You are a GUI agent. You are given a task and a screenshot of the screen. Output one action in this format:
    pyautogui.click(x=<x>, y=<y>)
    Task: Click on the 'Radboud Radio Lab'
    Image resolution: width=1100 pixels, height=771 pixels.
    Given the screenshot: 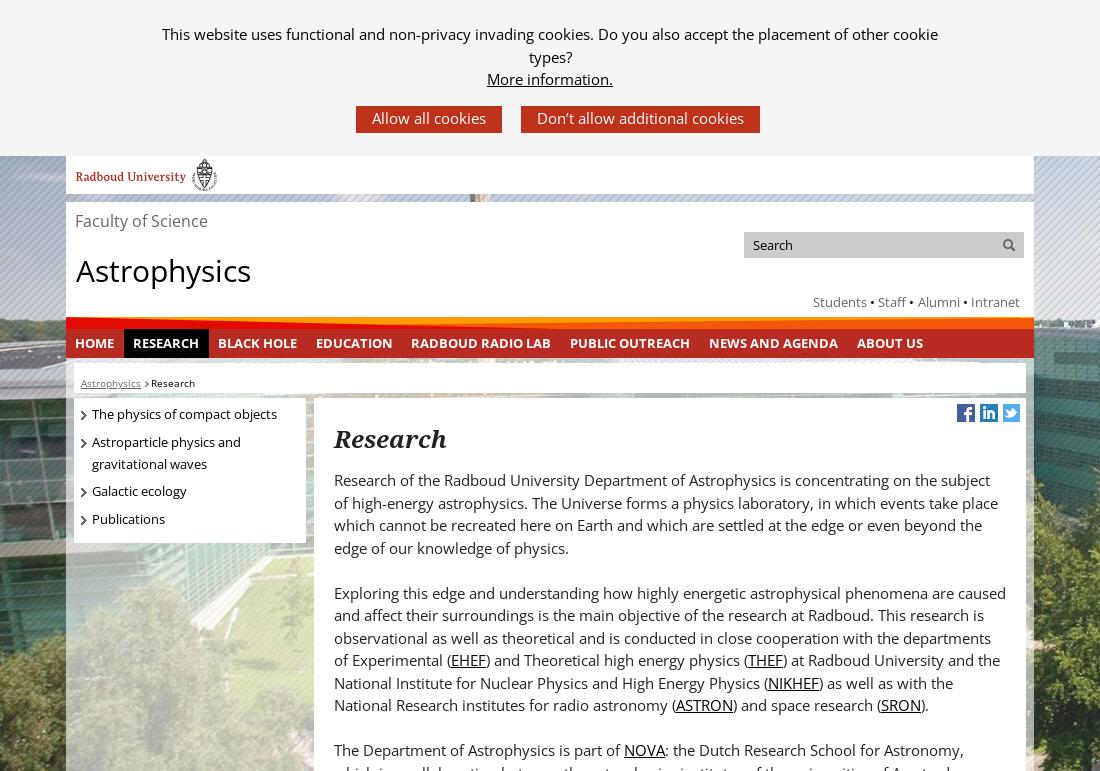 What is the action you would take?
    pyautogui.click(x=480, y=342)
    